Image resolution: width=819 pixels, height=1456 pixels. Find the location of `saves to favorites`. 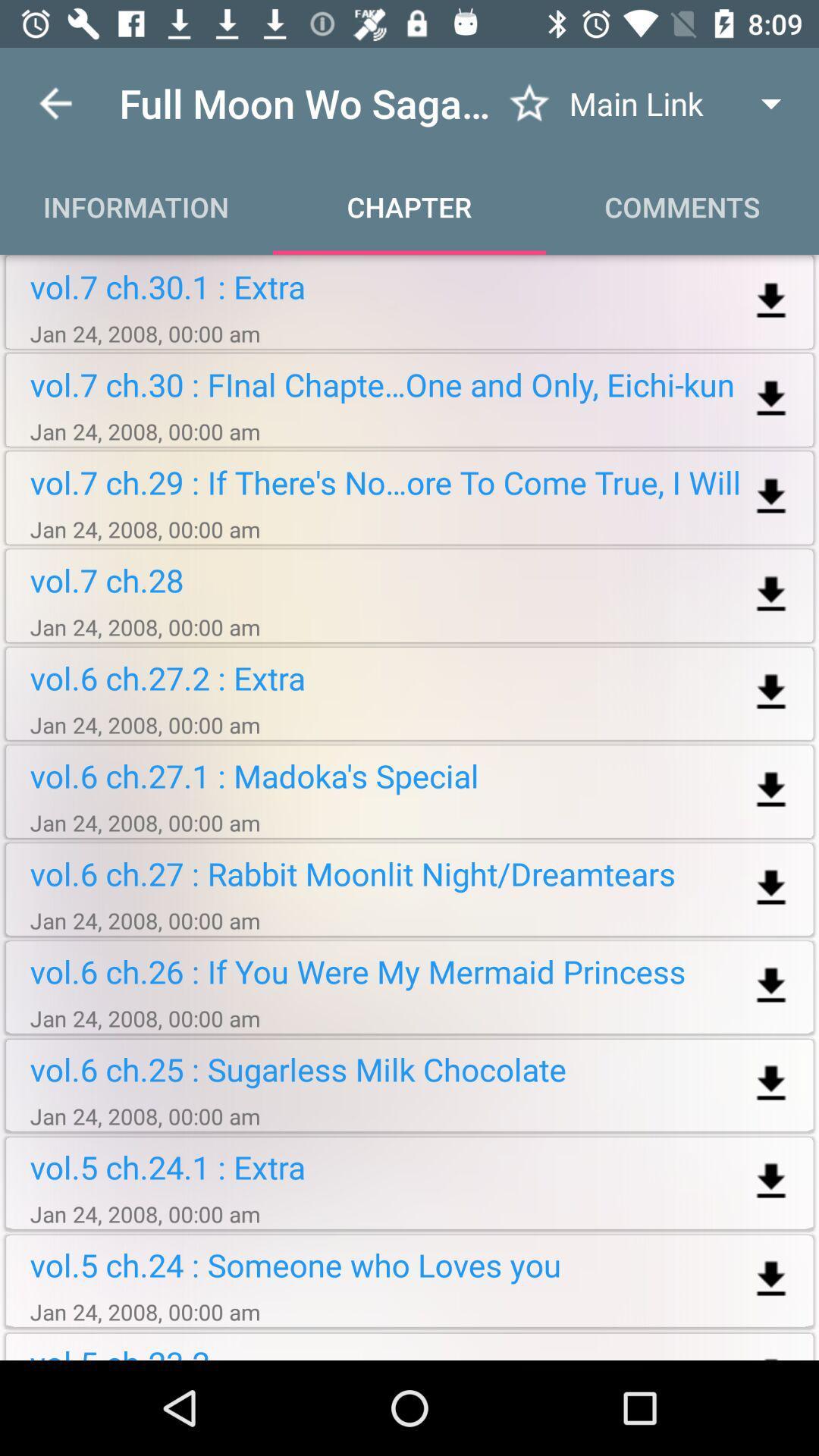

saves to favorites is located at coordinates (529, 102).